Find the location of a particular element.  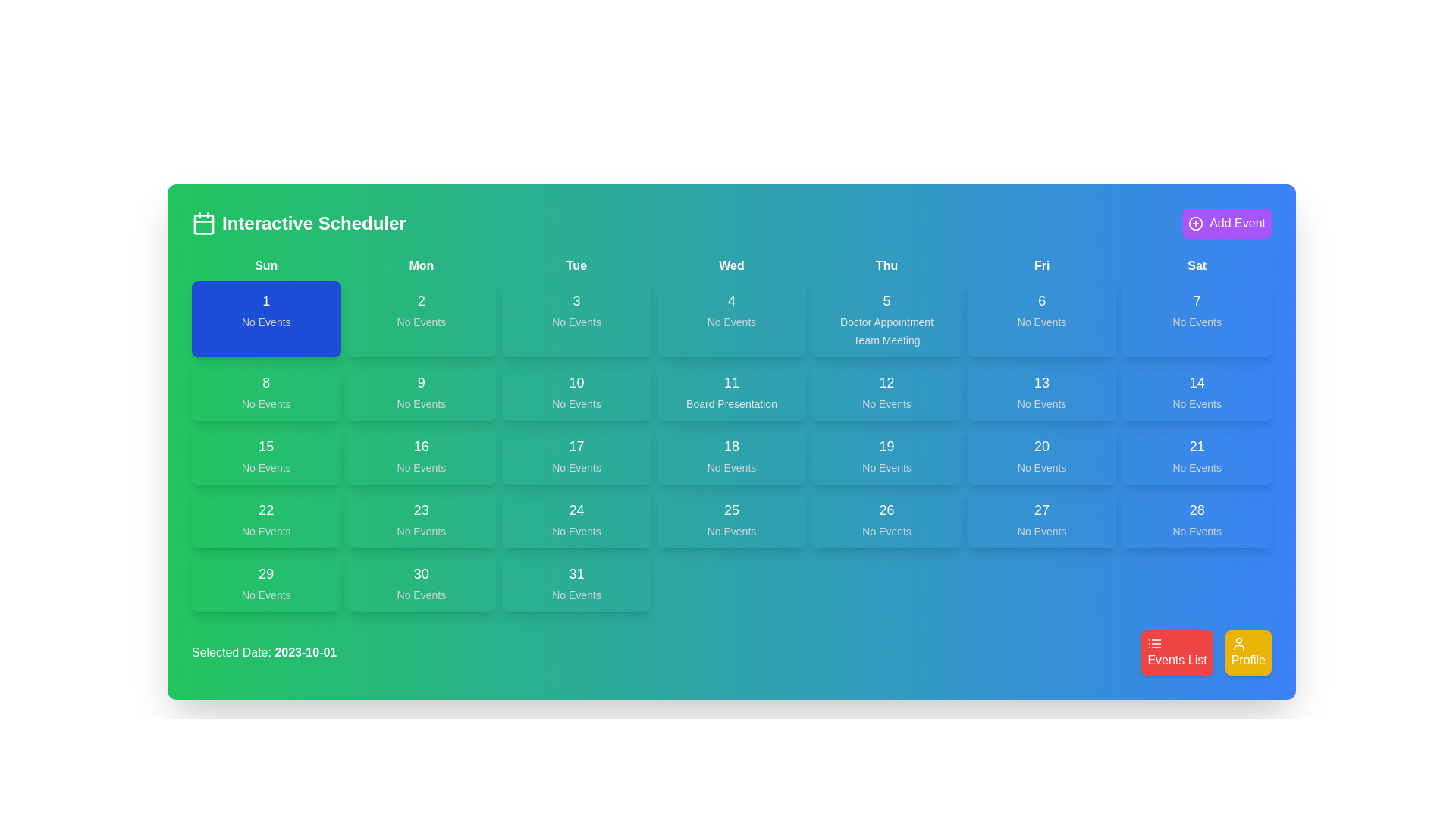

the list icon located above the red button labeled 'Events List' is located at coordinates (1153, 643).